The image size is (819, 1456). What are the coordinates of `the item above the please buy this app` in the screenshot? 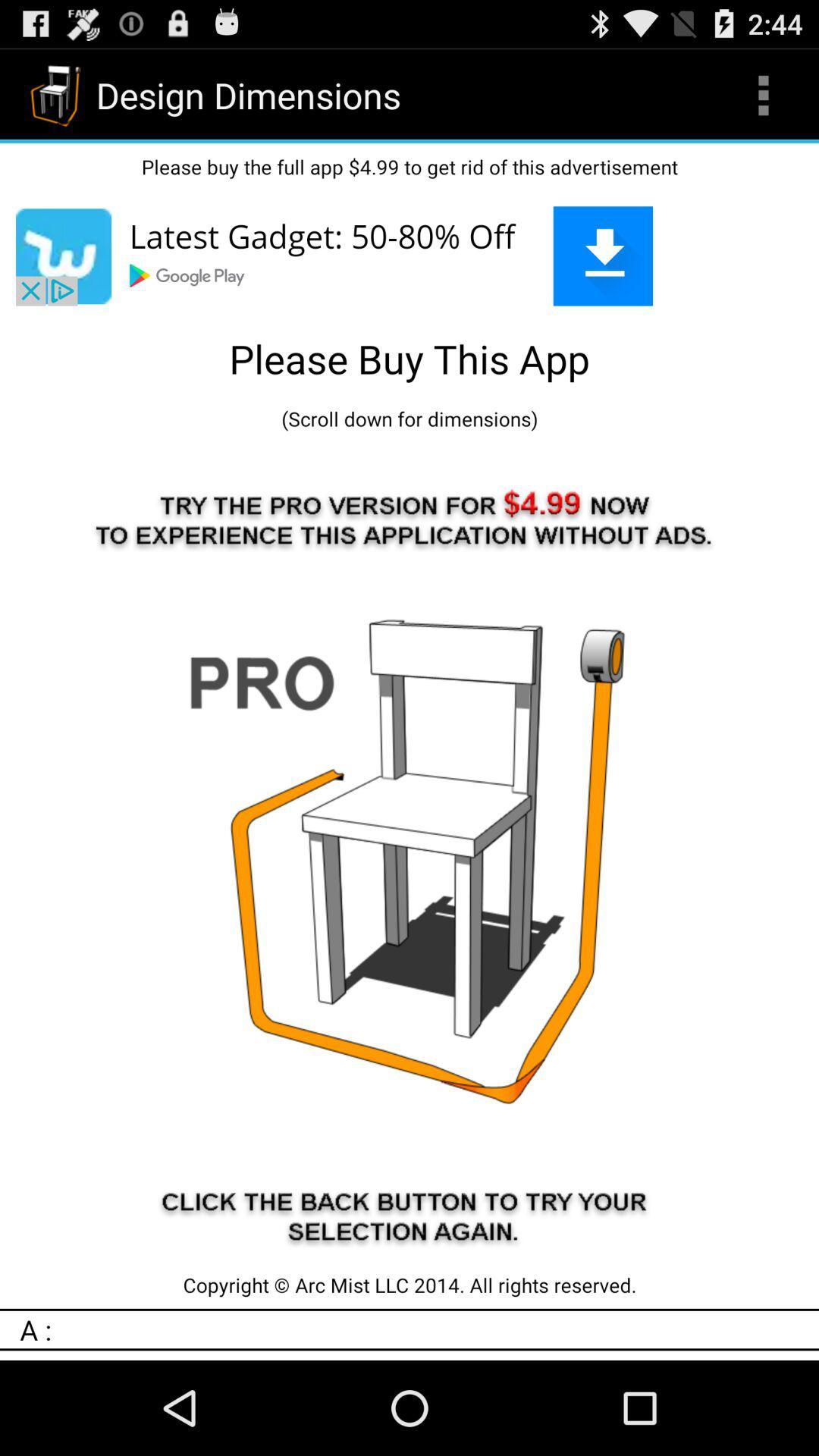 It's located at (409, 256).